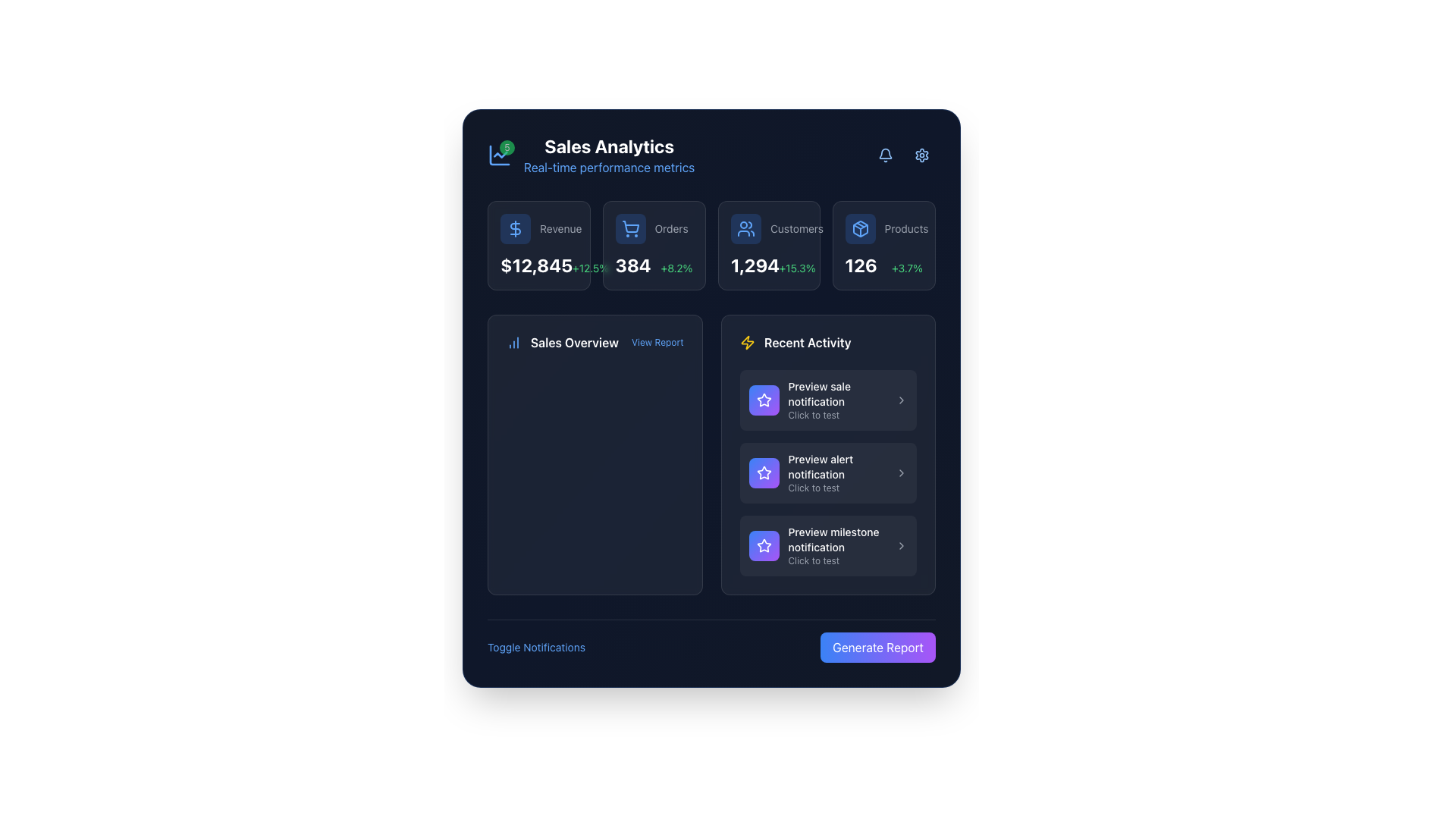  Describe the element at coordinates (764, 544) in the screenshot. I see `the milestone notification icon located in the 'Recent Activity' section, specifically in the third list item labeled 'Preview milestone notification.'` at that location.